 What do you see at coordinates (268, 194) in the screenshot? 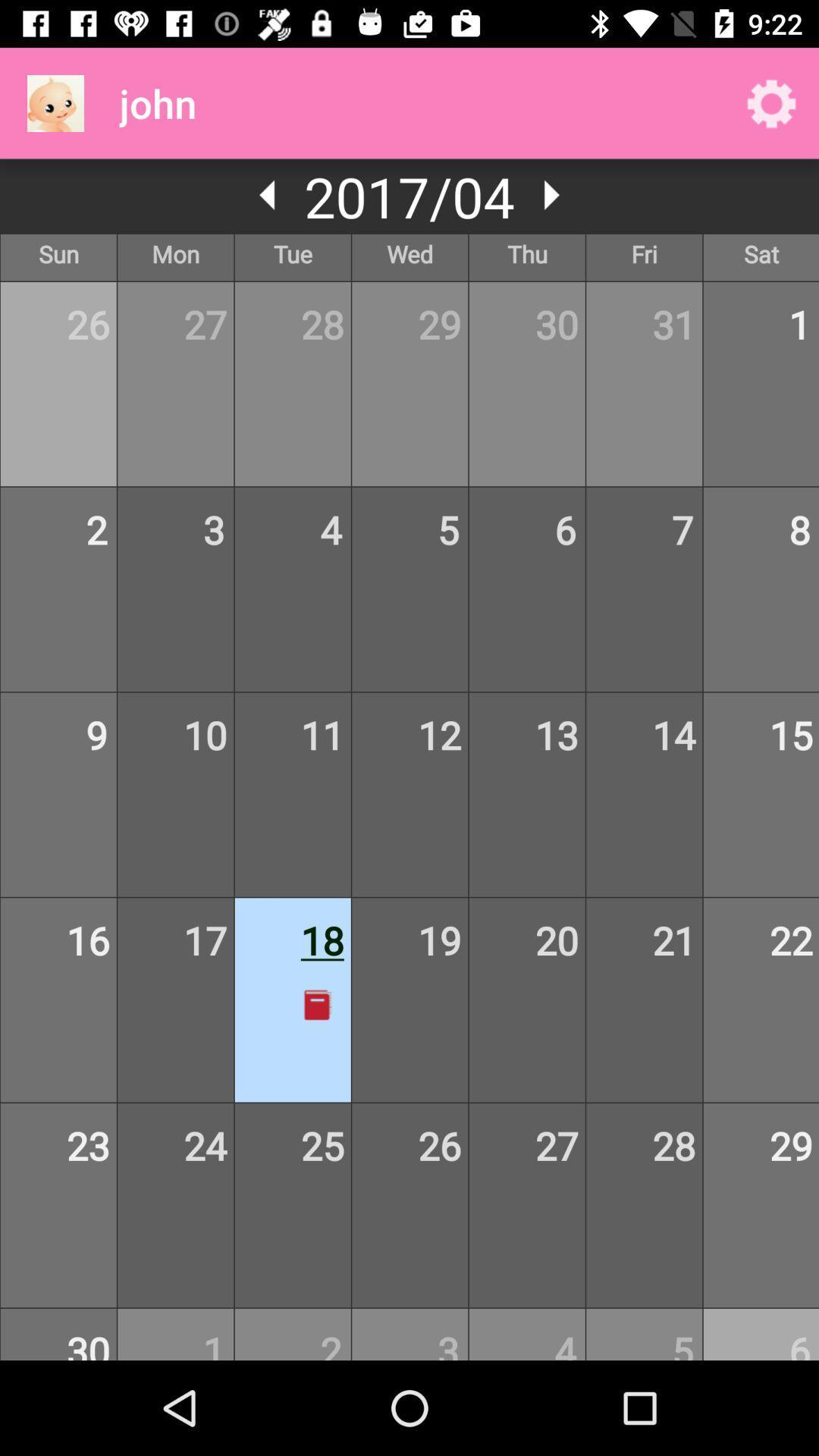
I see `previous page` at bounding box center [268, 194].